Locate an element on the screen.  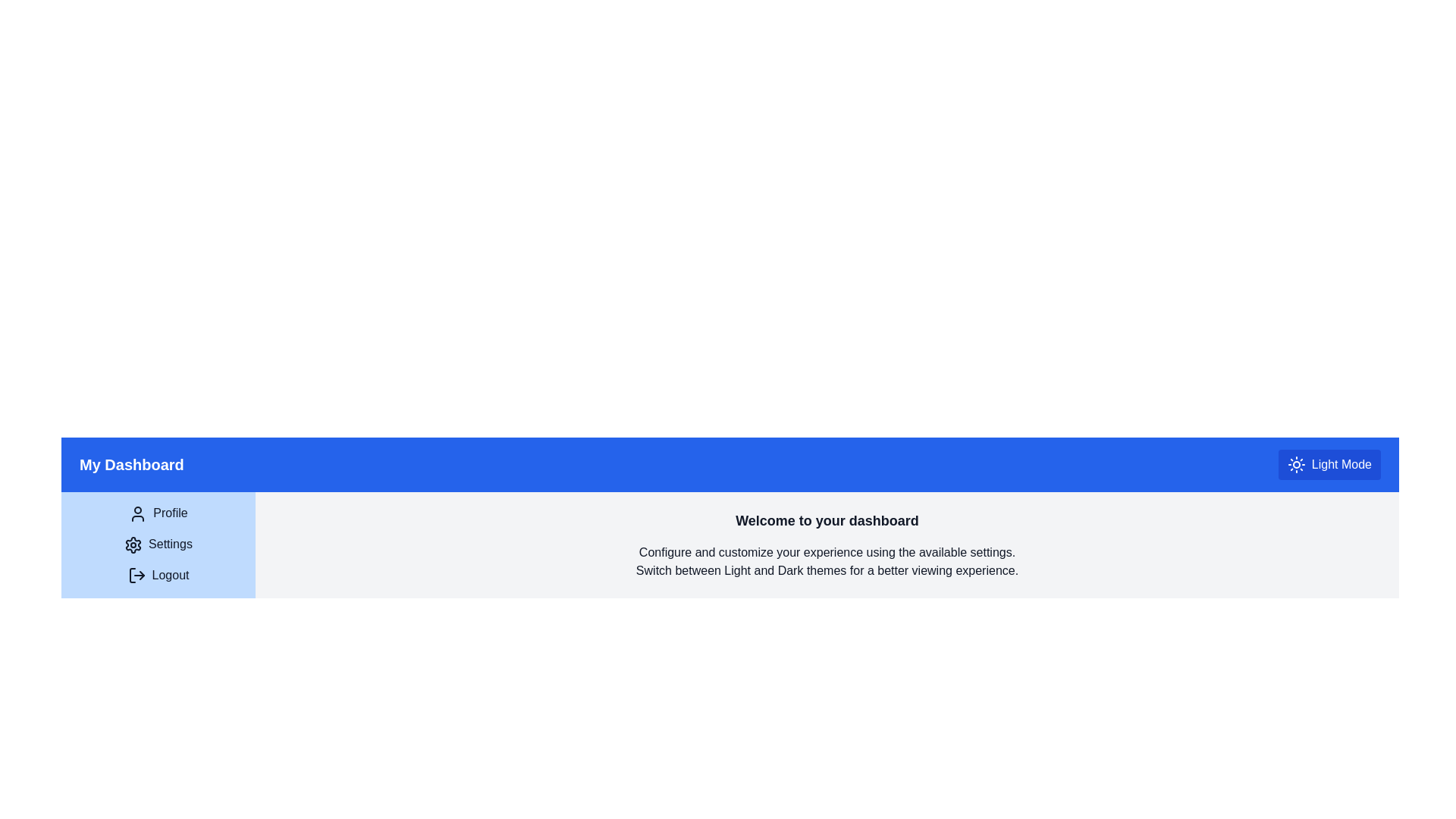
informational text label located below the 'Configure and customize your experience using the available settings.' text, which provides context regarding theme switching options is located at coordinates (826, 570).